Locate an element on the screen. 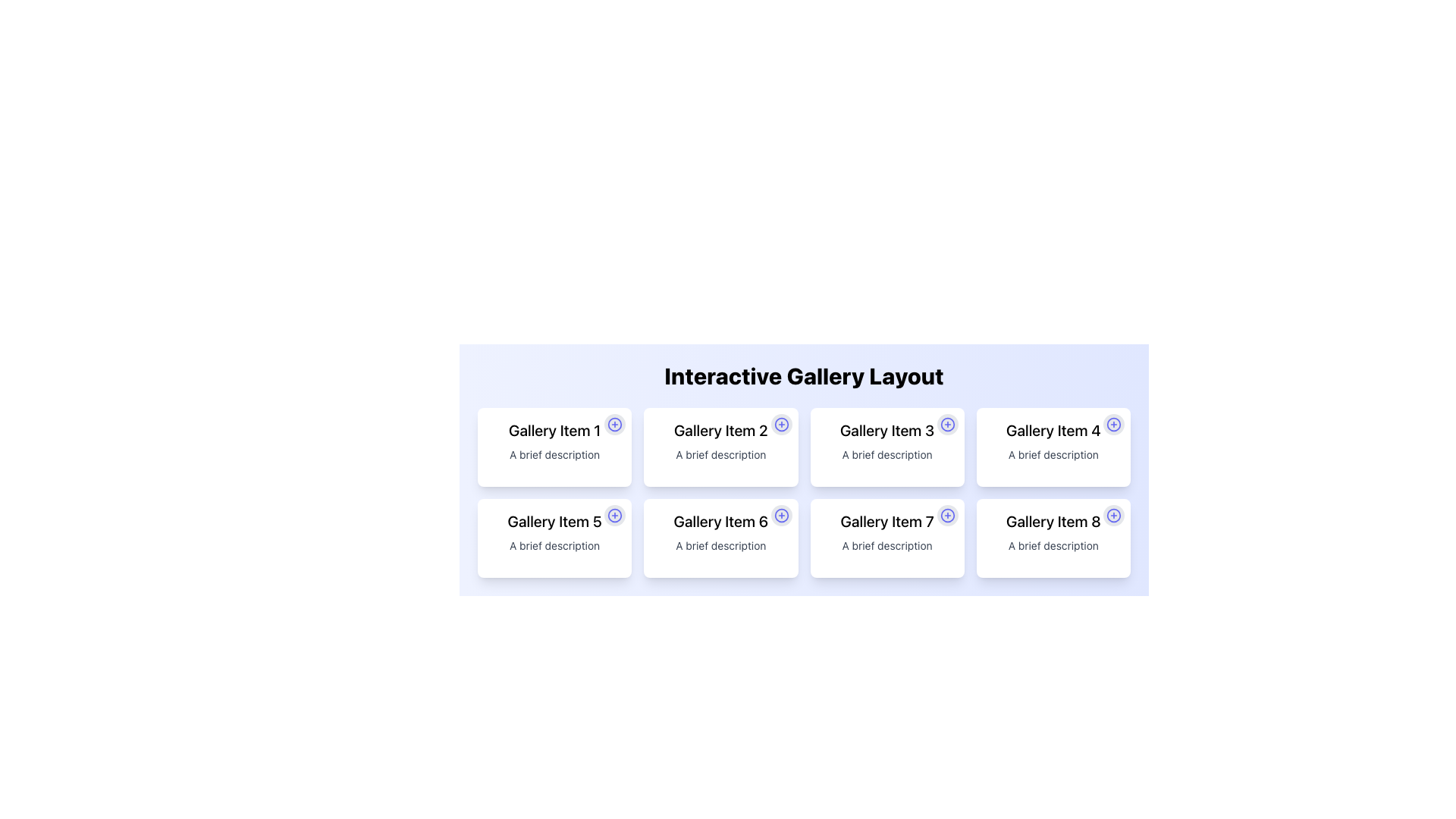  descriptive text of the gallery item card located in the bottom-right corner of the grid layout, specifically the 8th item which includes a circular '+' icon is located at coordinates (1053, 537).